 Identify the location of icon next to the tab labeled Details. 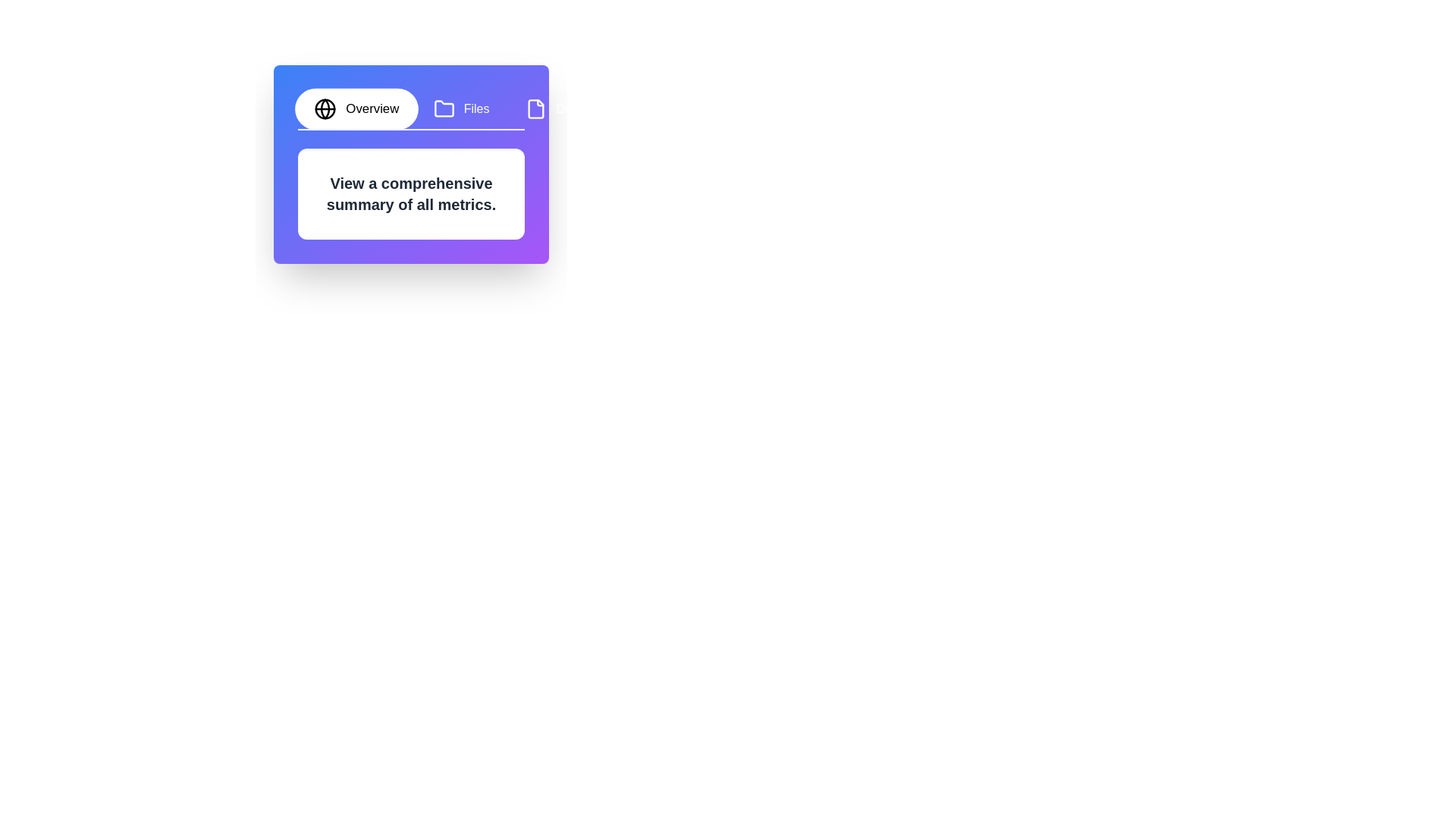
(536, 108).